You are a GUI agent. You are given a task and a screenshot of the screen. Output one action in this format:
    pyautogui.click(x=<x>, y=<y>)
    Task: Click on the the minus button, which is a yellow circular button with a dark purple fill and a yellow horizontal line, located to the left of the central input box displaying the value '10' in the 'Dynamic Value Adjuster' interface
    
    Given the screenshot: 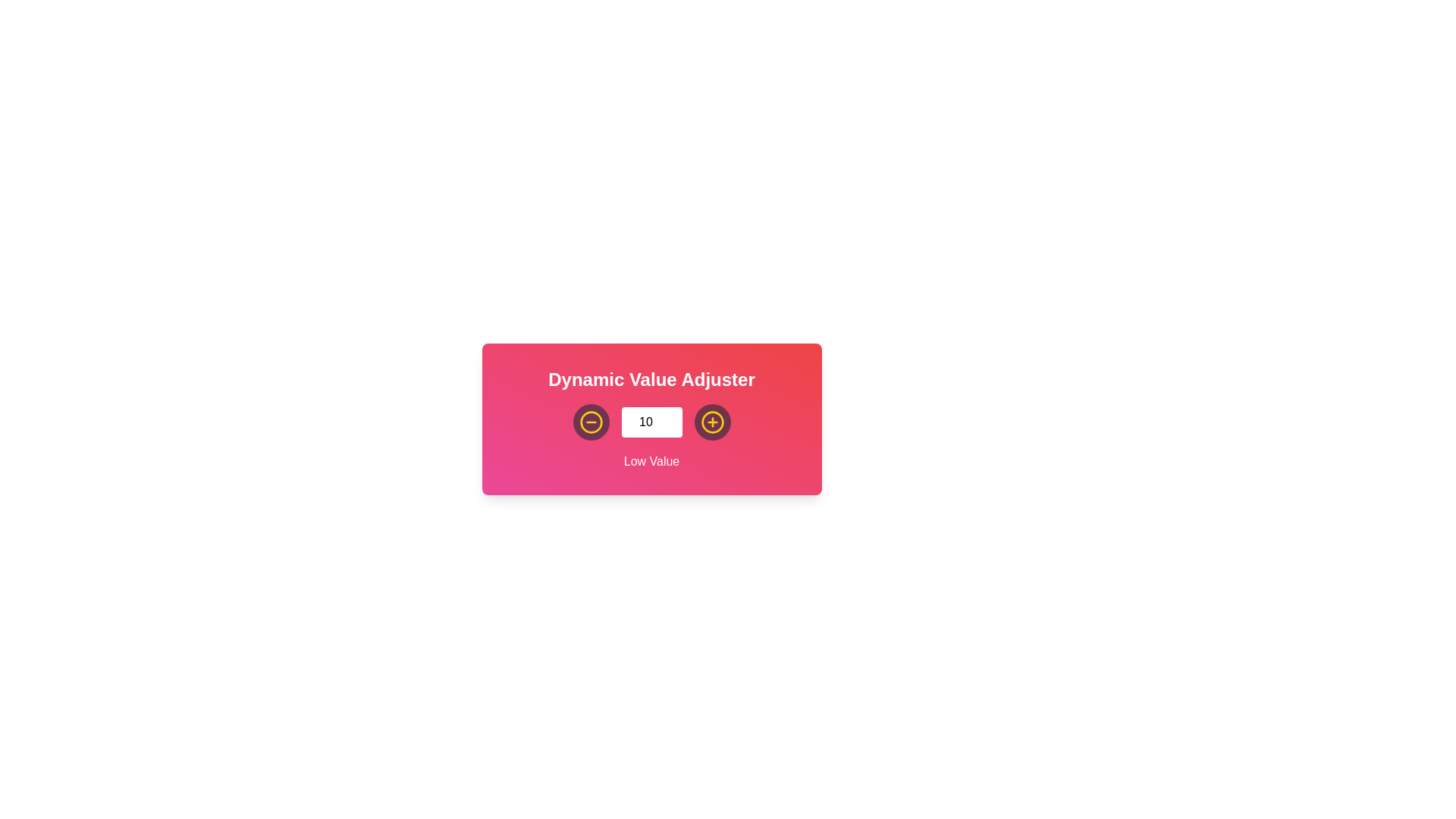 What is the action you would take?
    pyautogui.click(x=590, y=422)
    